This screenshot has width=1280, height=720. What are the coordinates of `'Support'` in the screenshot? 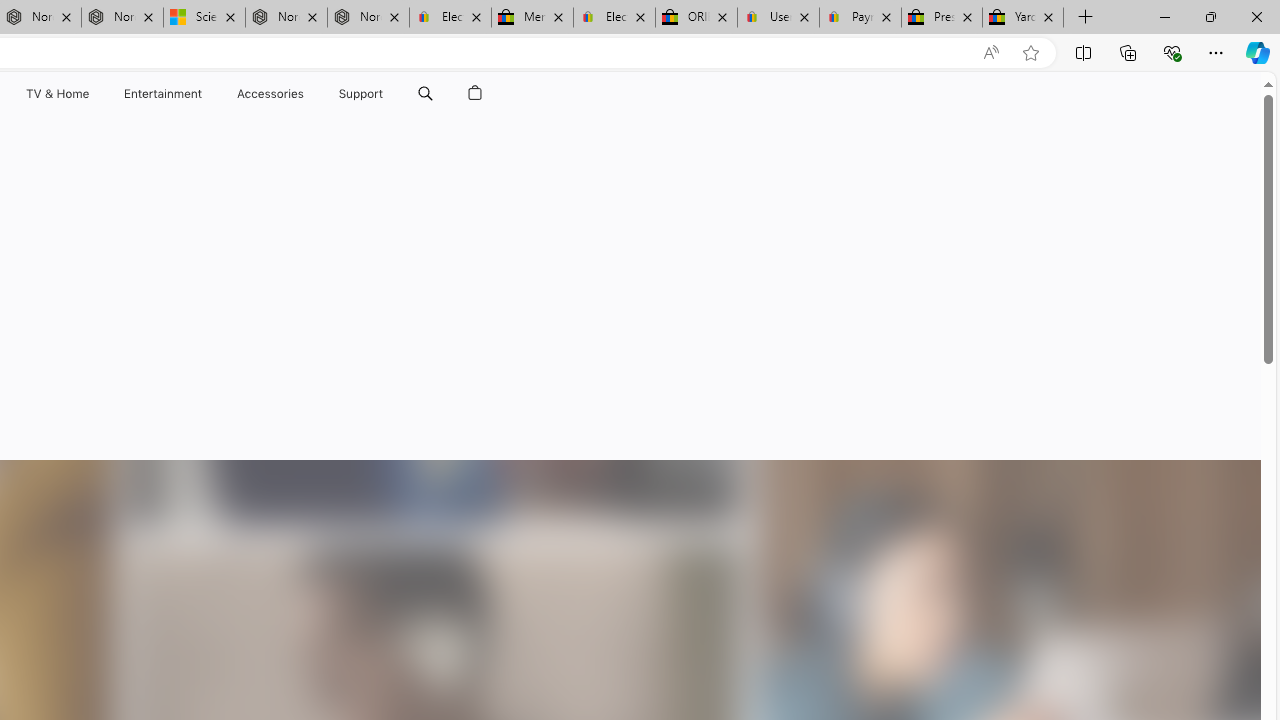 It's located at (361, 93).